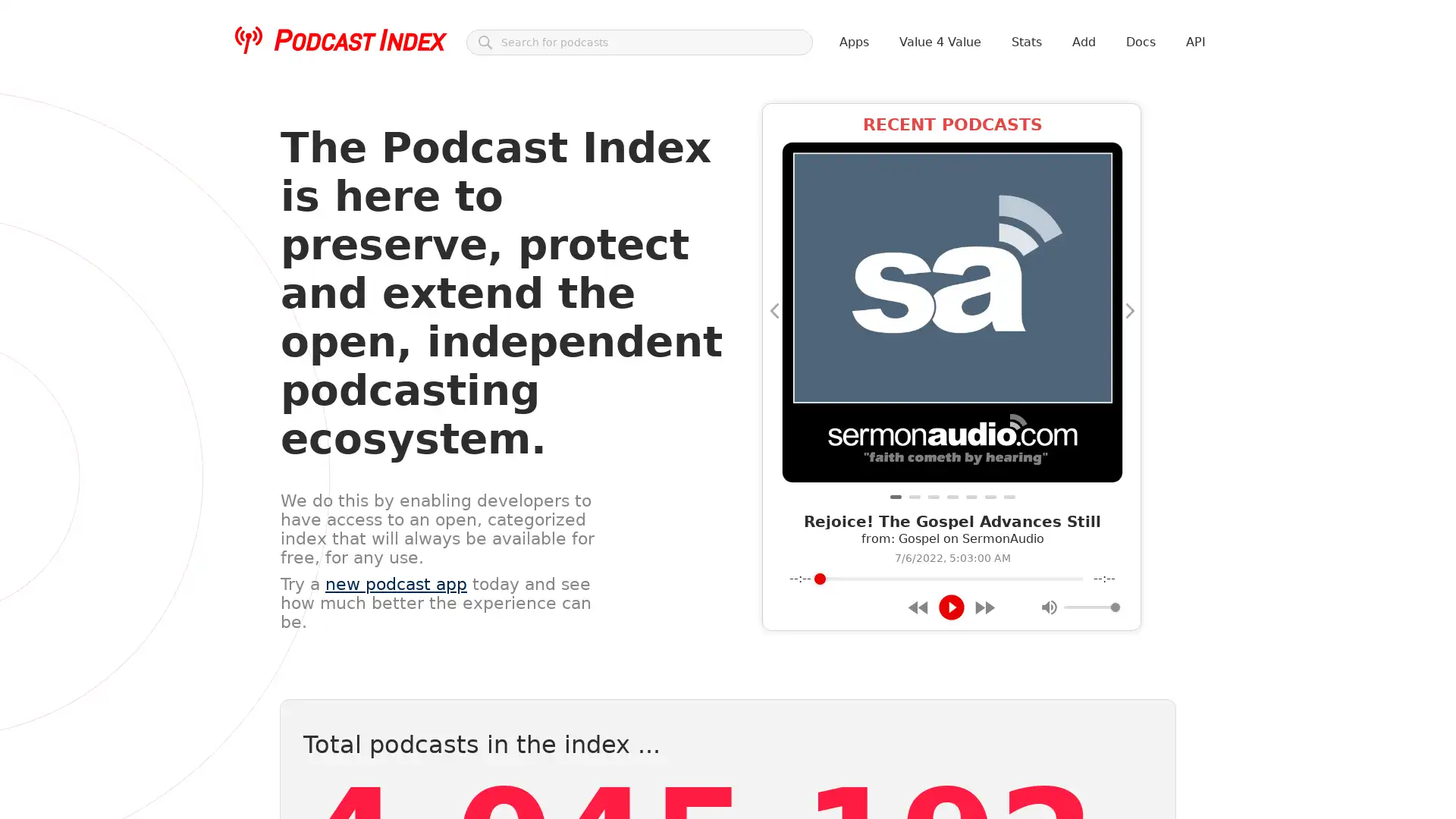 The image size is (1456, 819). I want to click on Mute, so click(1048, 607).